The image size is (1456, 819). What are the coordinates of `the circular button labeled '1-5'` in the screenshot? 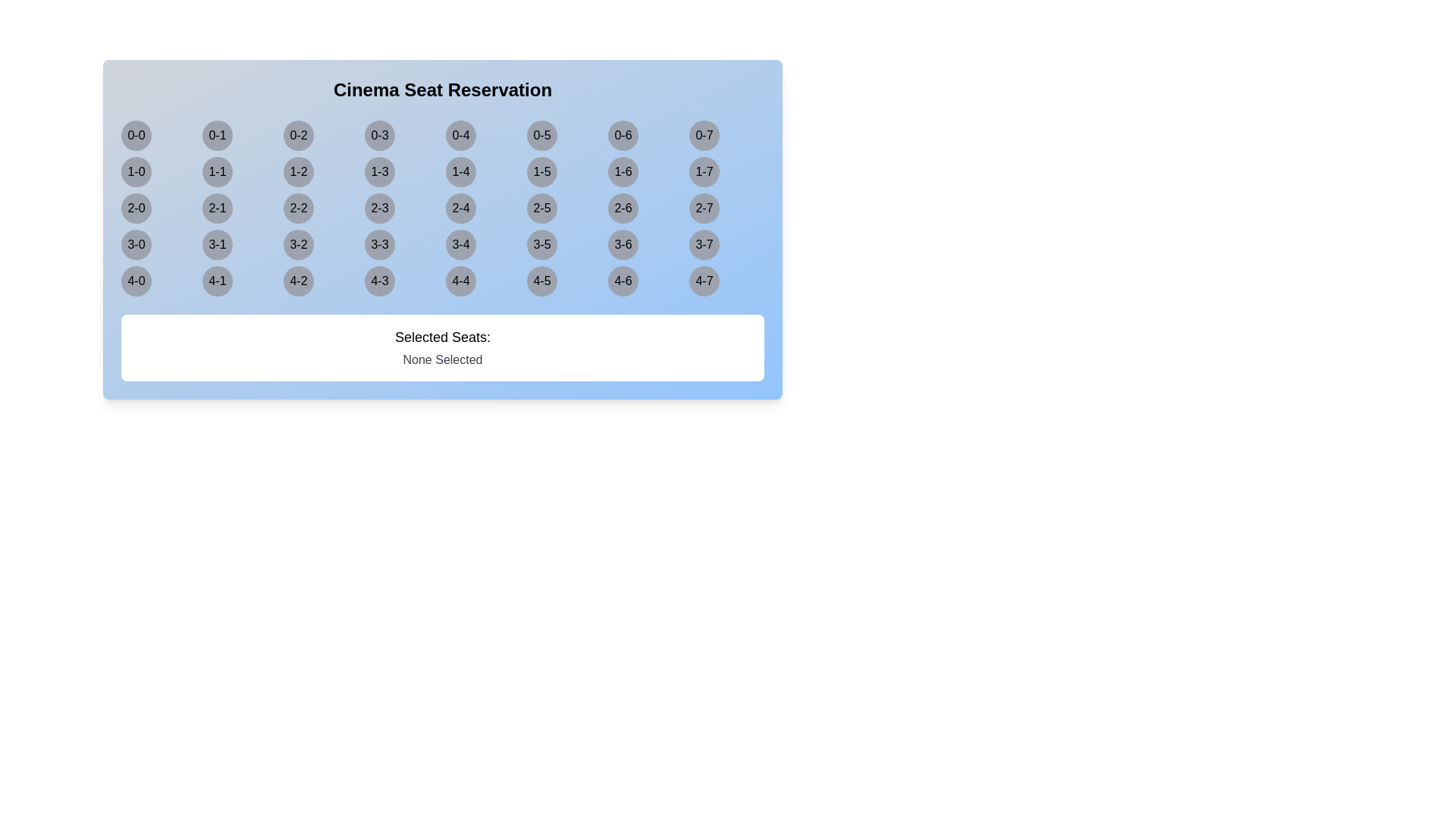 It's located at (542, 171).